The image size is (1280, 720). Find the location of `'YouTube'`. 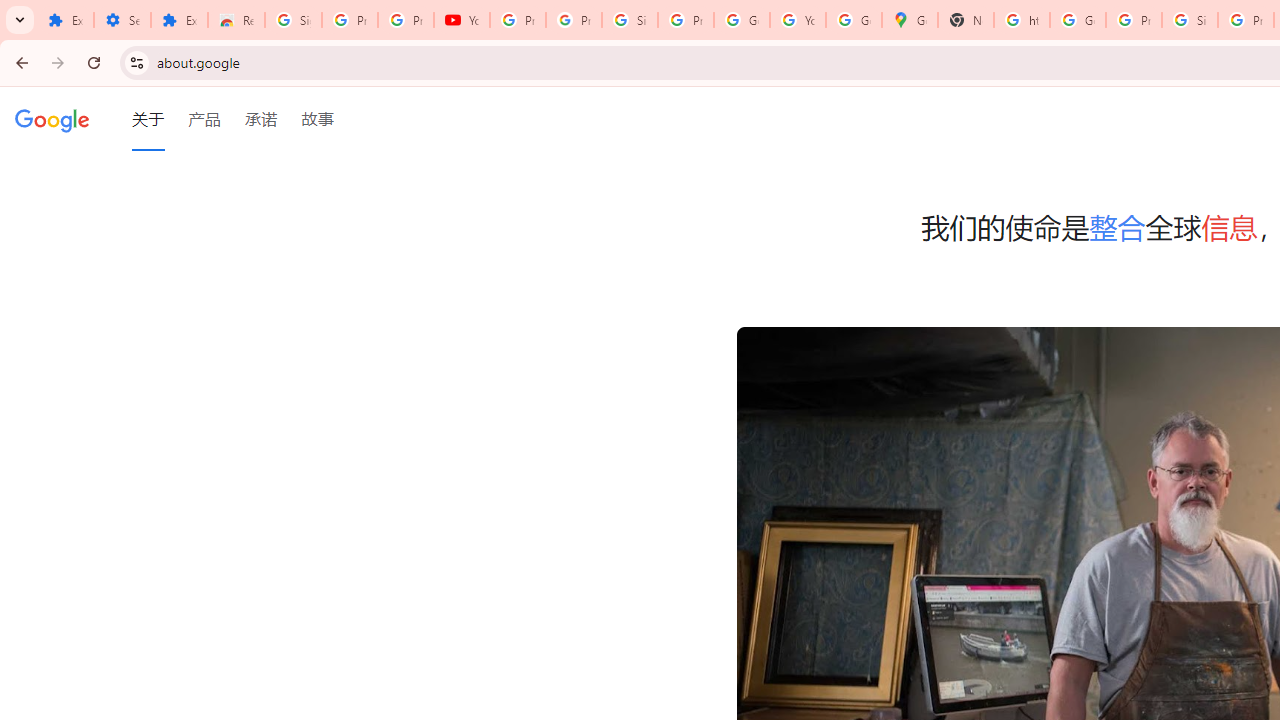

'YouTube' is located at coordinates (461, 20).